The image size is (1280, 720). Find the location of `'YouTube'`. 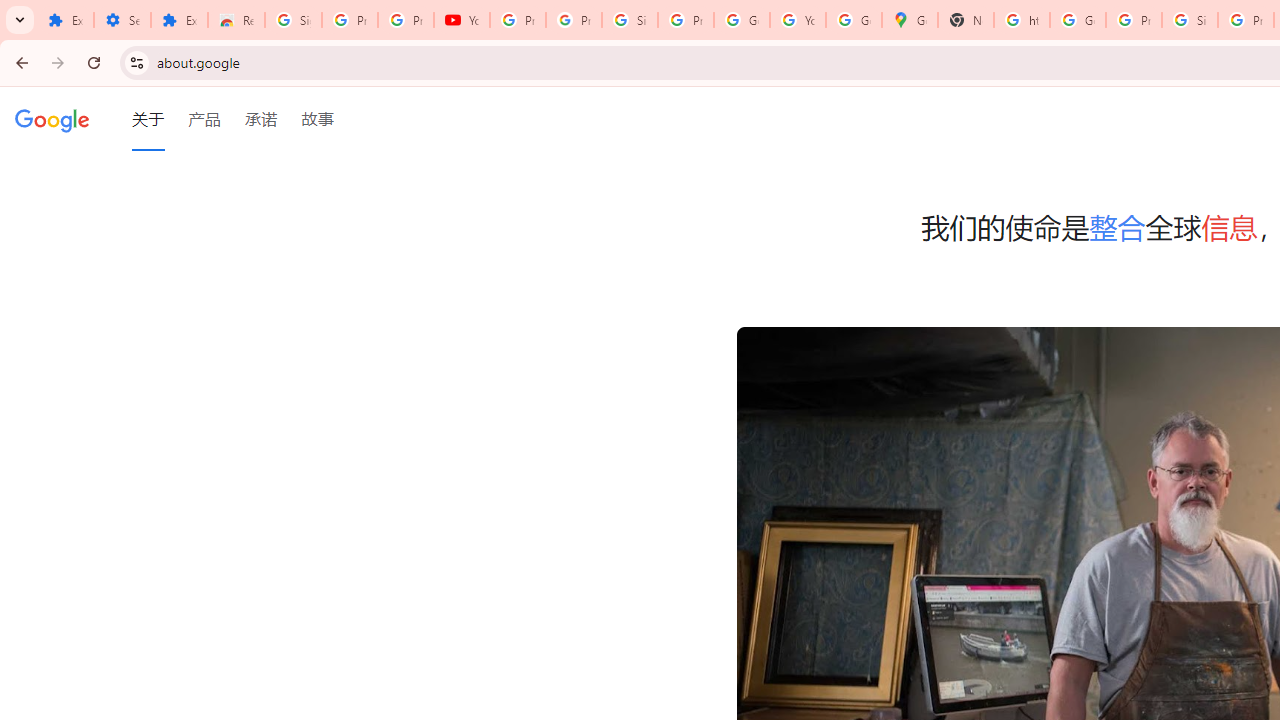

'YouTube' is located at coordinates (461, 20).